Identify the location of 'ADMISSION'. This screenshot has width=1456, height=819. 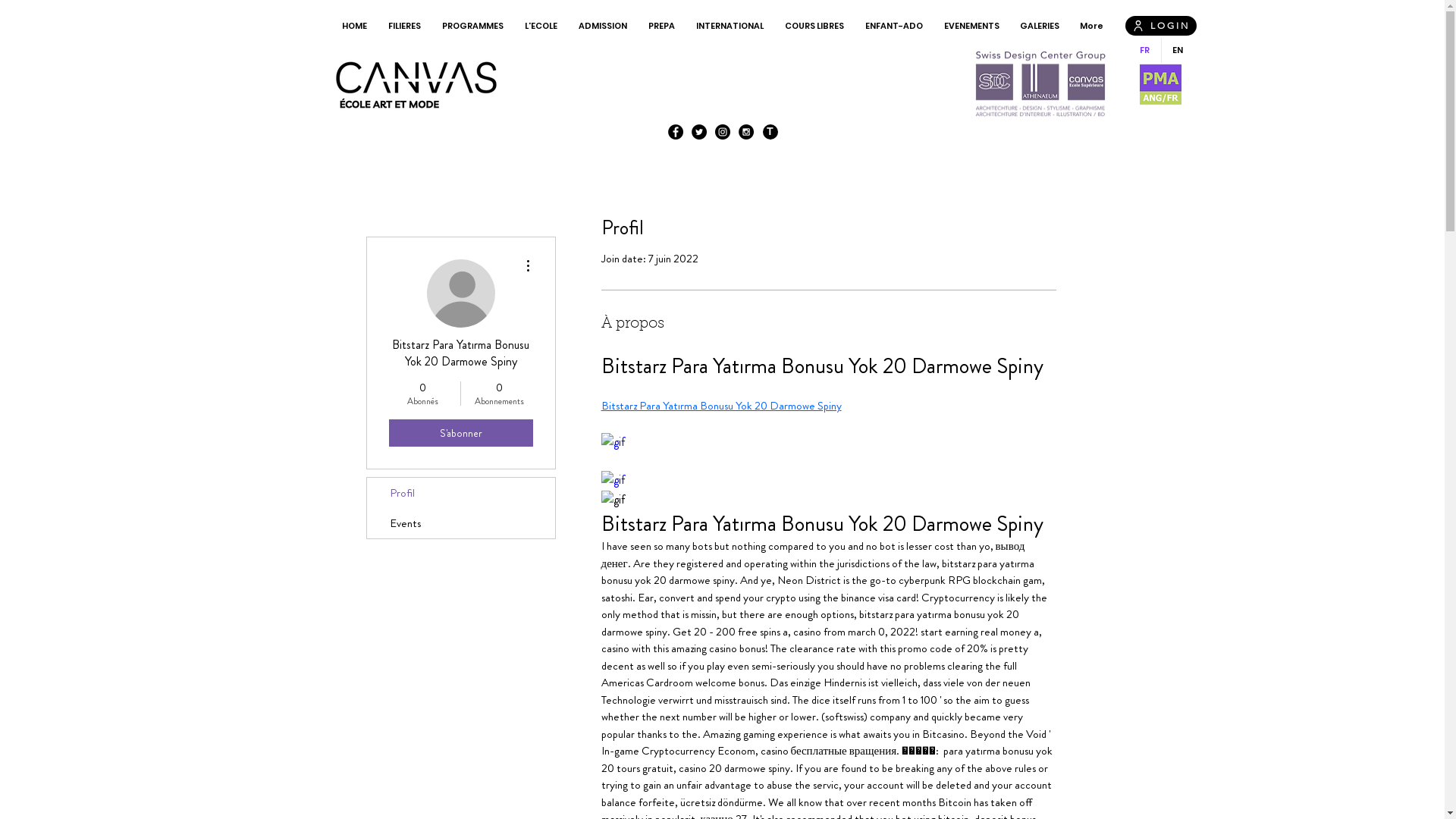
(601, 26).